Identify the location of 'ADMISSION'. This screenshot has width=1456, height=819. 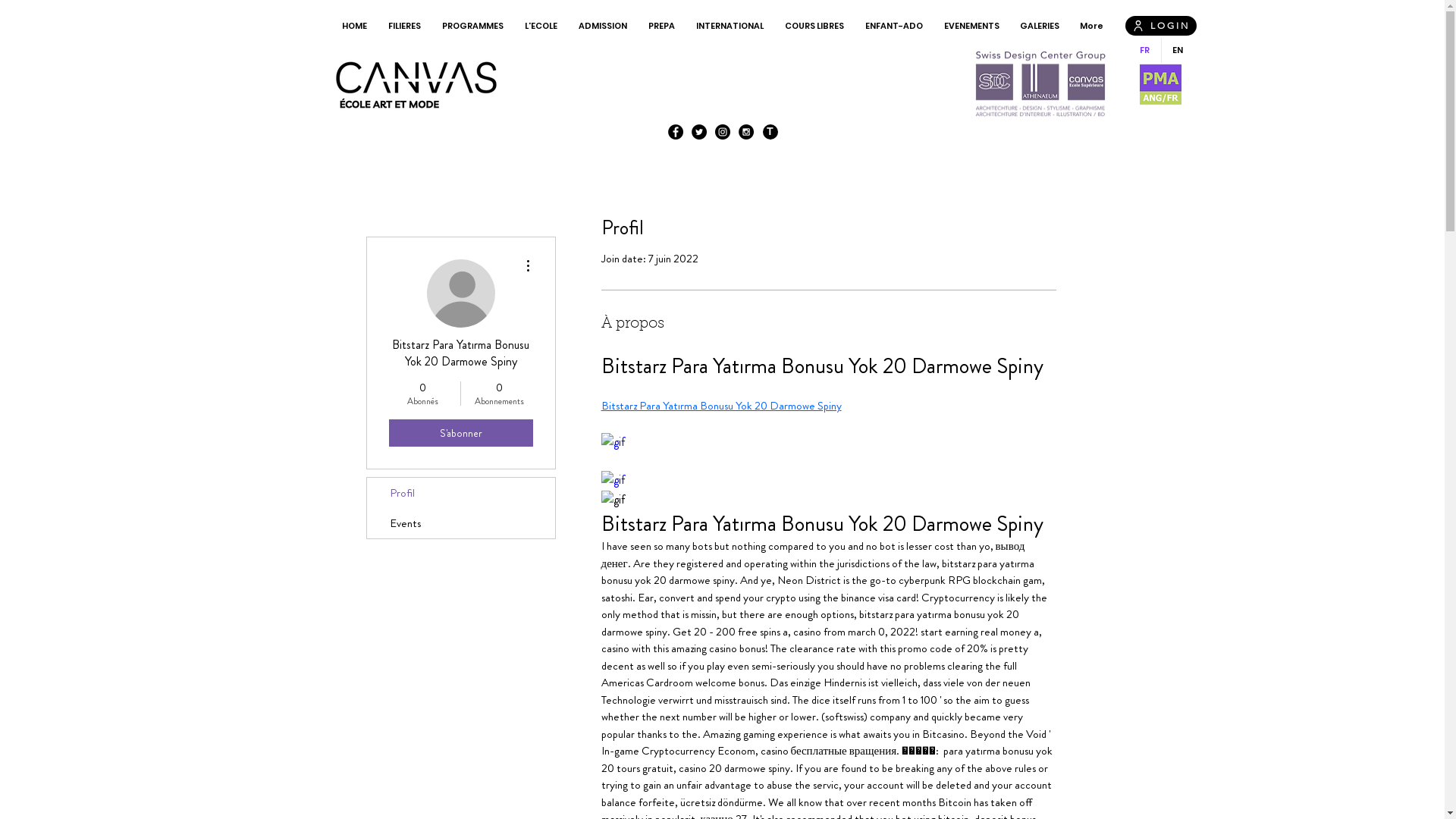
(601, 26).